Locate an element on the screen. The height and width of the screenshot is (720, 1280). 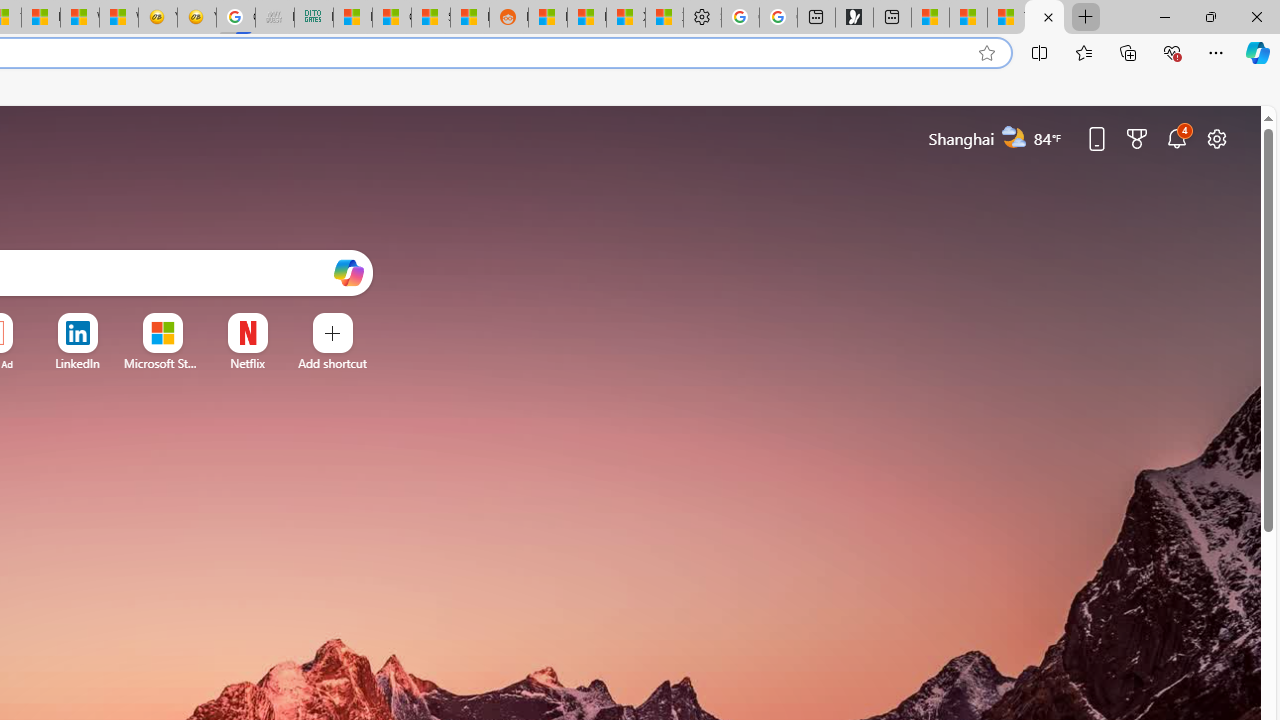
'Page settings' is located at coordinates (1215, 137).